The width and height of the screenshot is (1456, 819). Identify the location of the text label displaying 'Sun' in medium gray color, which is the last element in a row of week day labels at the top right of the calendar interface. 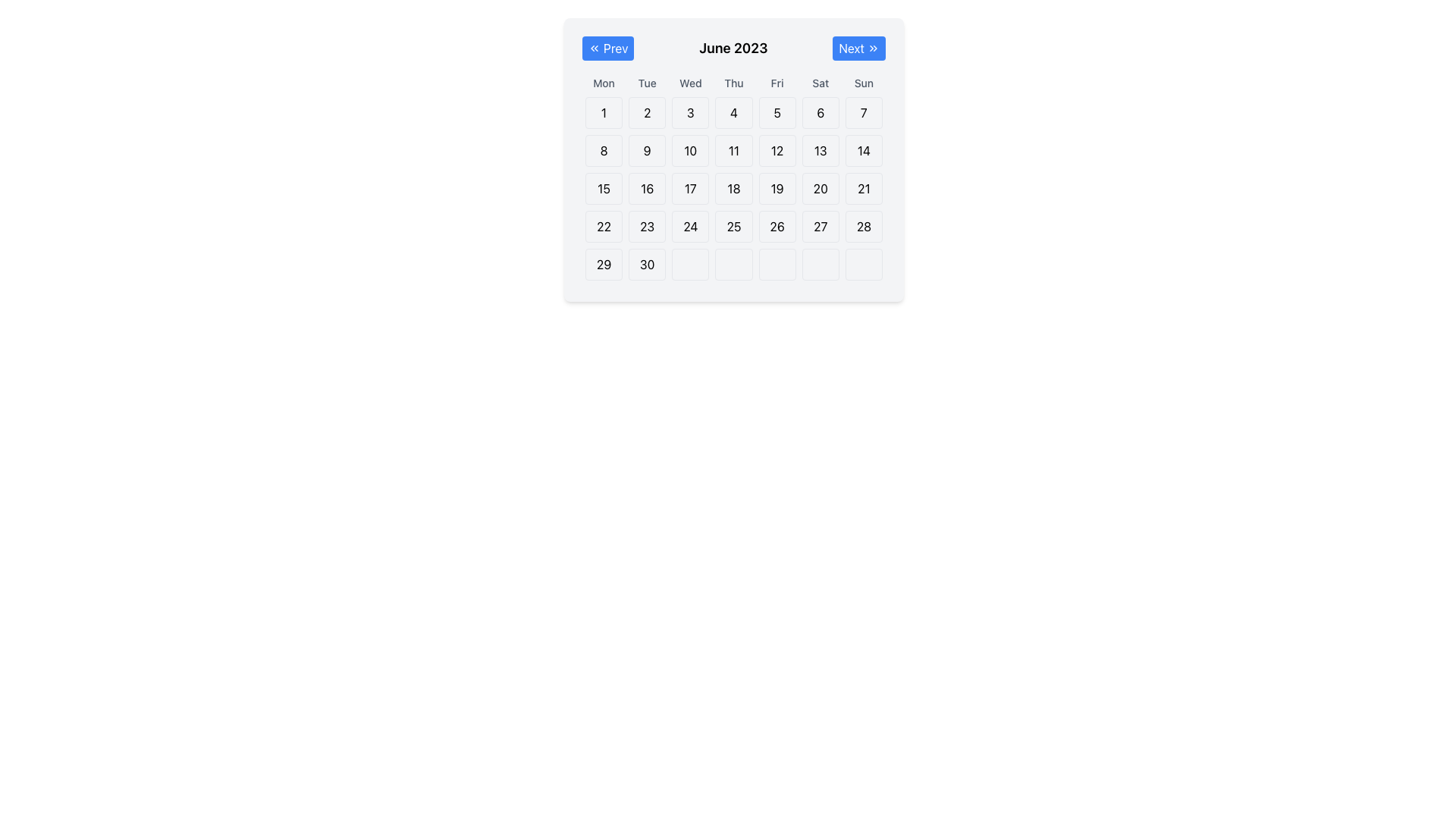
(864, 83).